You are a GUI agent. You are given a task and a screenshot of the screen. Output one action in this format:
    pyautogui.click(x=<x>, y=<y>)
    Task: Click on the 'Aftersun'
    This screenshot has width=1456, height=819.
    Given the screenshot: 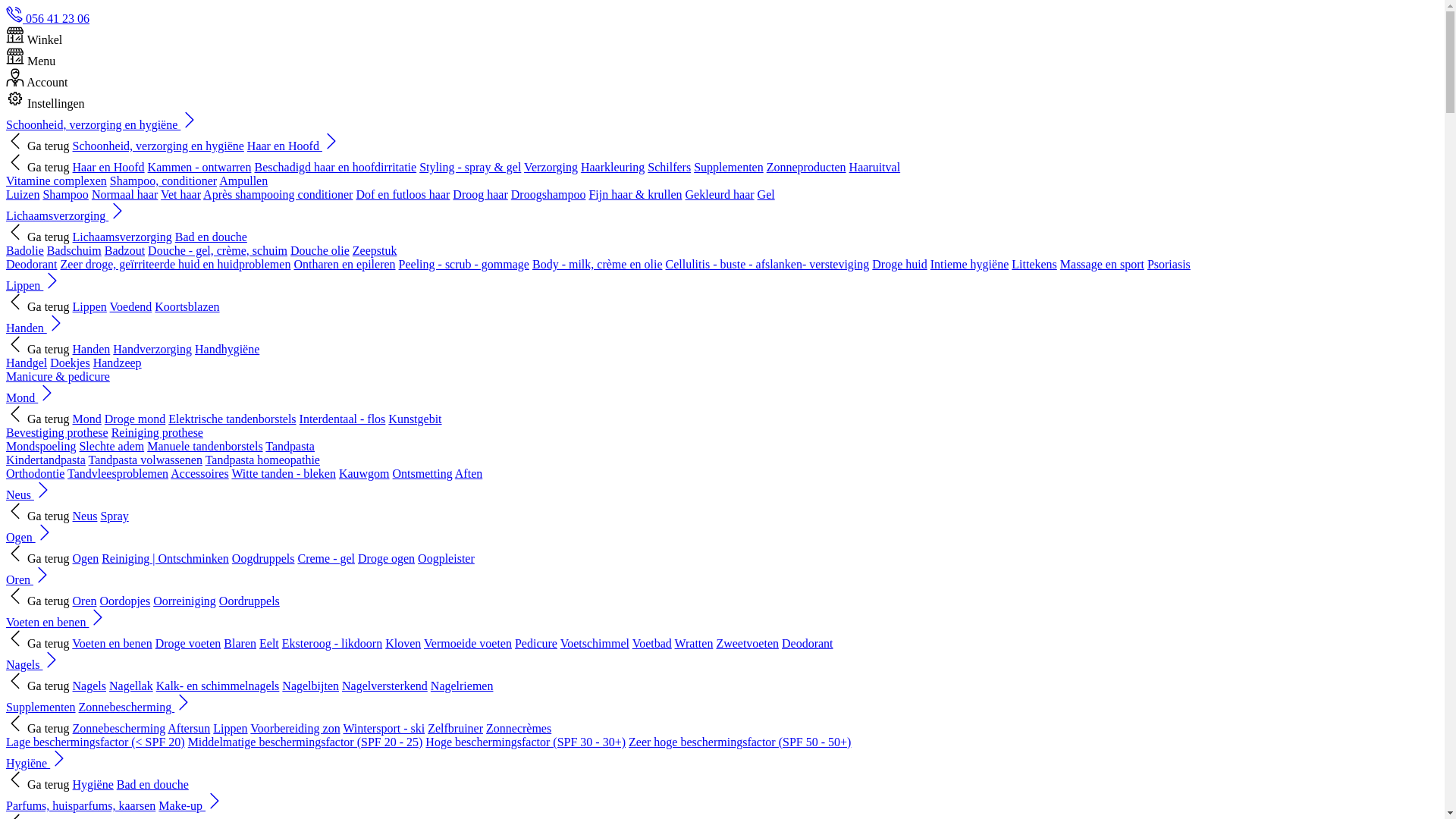 What is the action you would take?
    pyautogui.click(x=188, y=727)
    